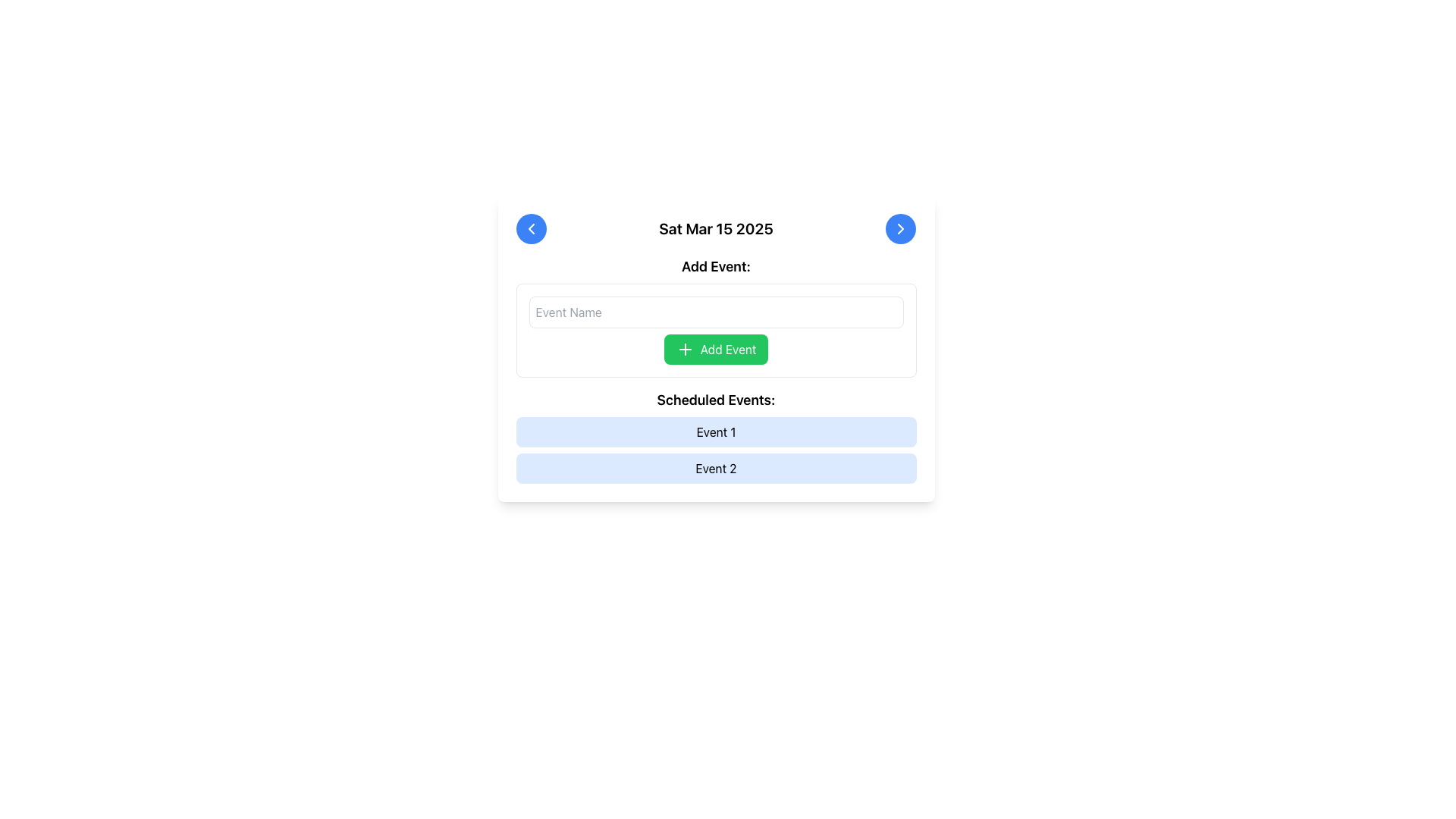  Describe the element at coordinates (715, 265) in the screenshot. I see `the static text element that serves as a header for the event details form, which is centrally aligned and positioned above the 'Event Name' input field and the 'Add Event' button` at that location.